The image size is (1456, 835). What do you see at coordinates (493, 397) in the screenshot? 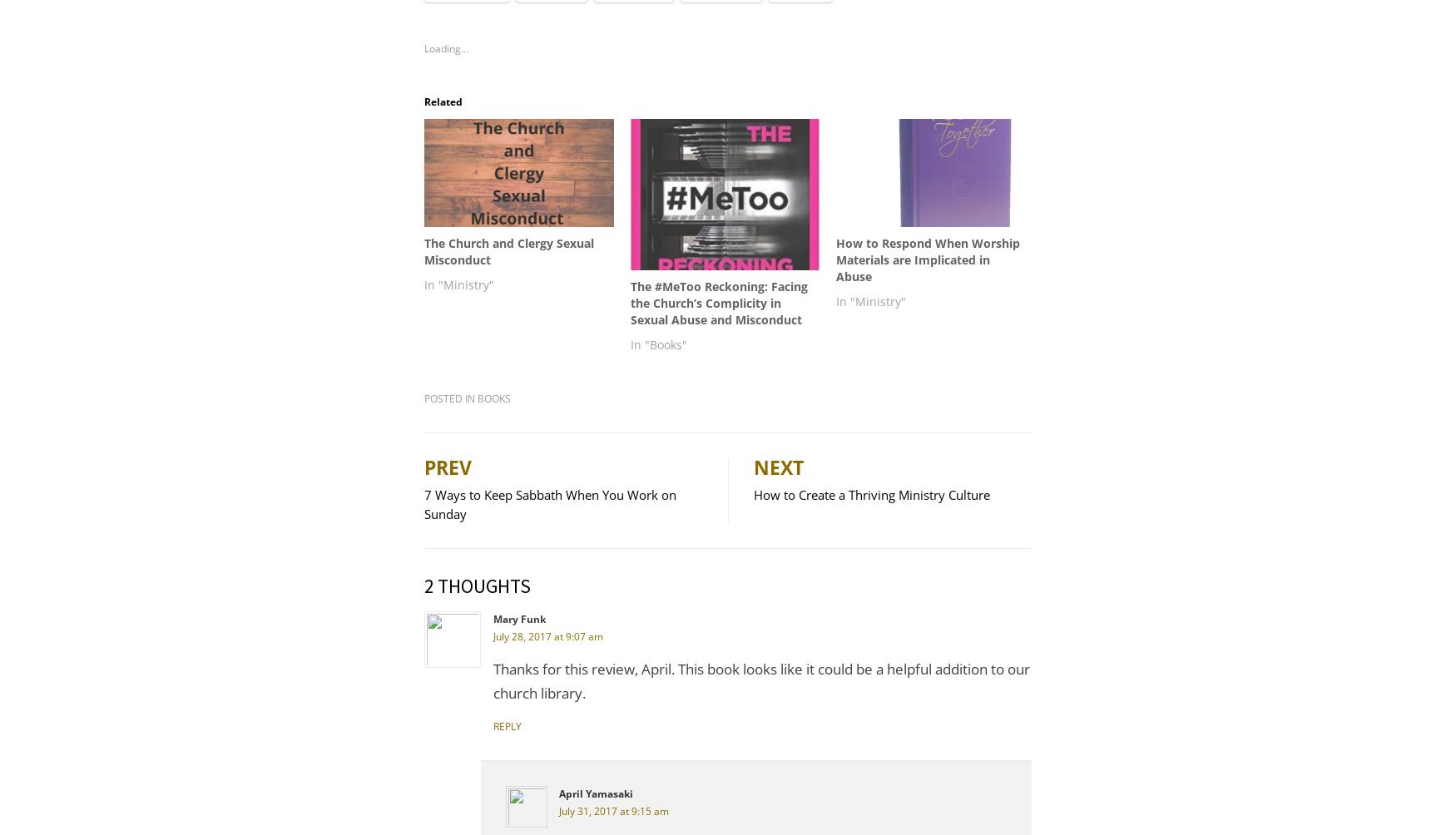
I see `'Books'` at bounding box center [493, 397].